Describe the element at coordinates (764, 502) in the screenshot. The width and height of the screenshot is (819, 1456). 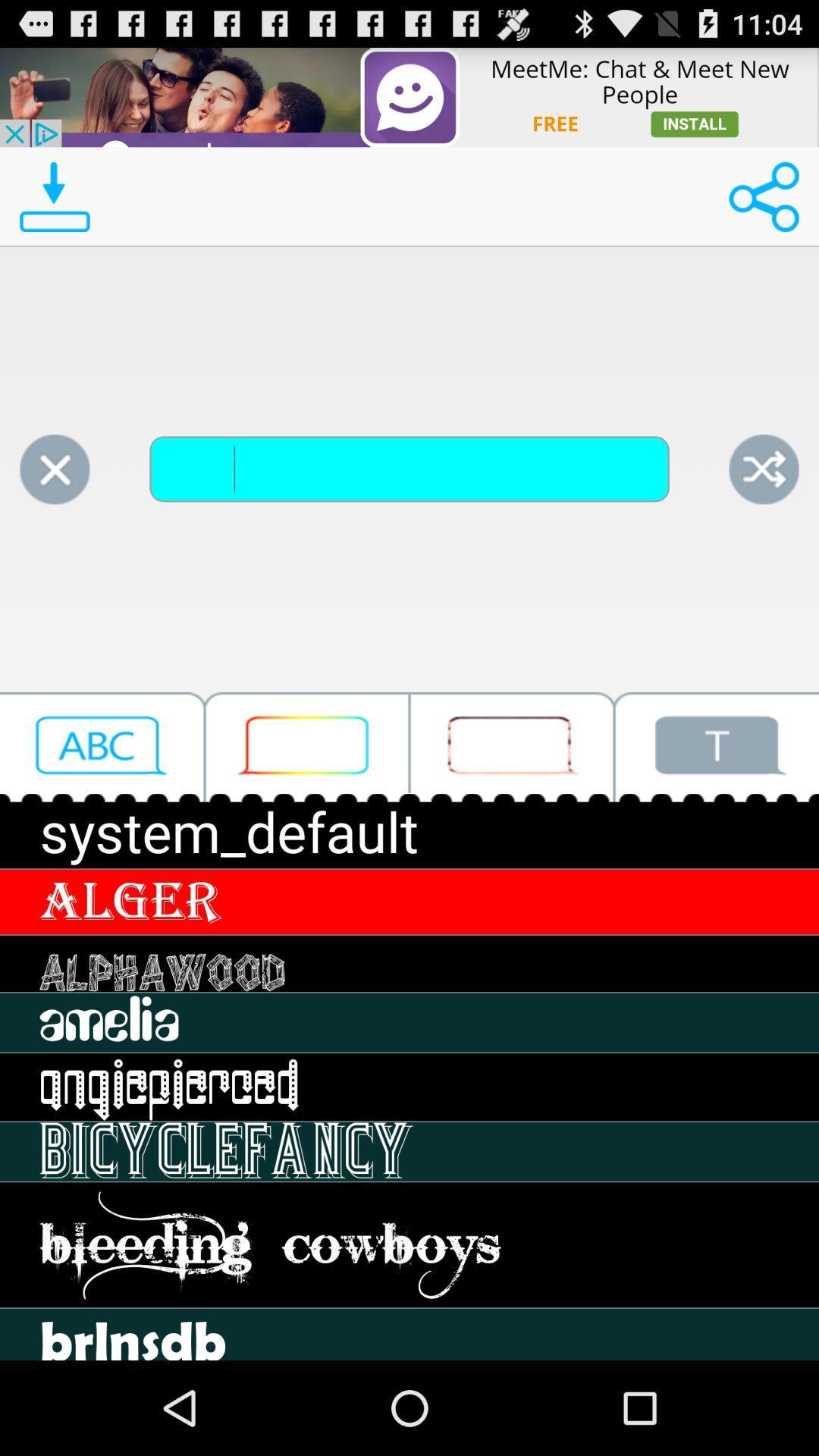
I see `the close icon` at that location.